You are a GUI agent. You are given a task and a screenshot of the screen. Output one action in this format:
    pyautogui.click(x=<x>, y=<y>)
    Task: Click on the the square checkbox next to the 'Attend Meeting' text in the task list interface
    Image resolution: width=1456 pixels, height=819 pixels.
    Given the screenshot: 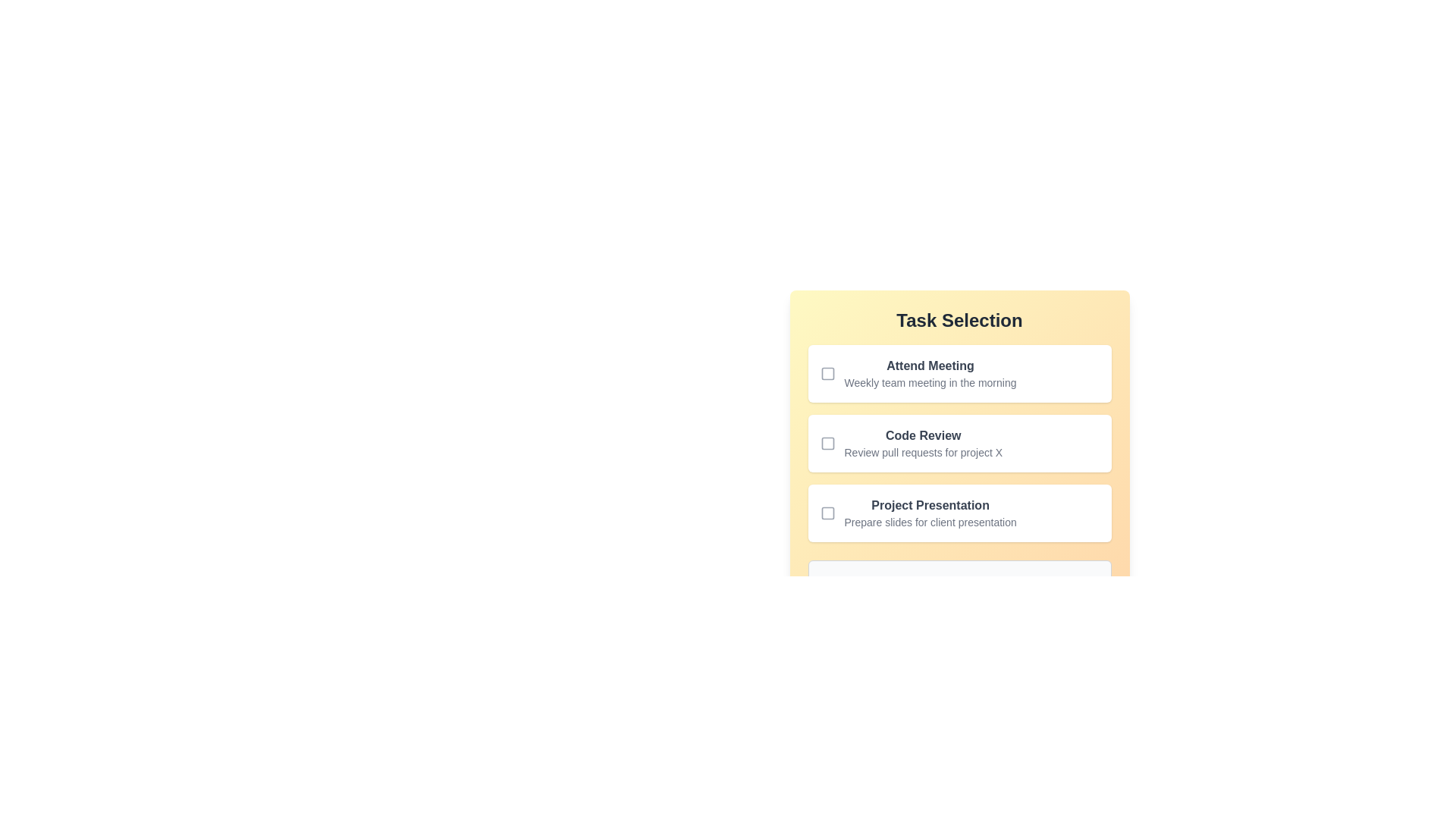 What is the action you would take?
    pyautogui.click(x=827, y=374)
    